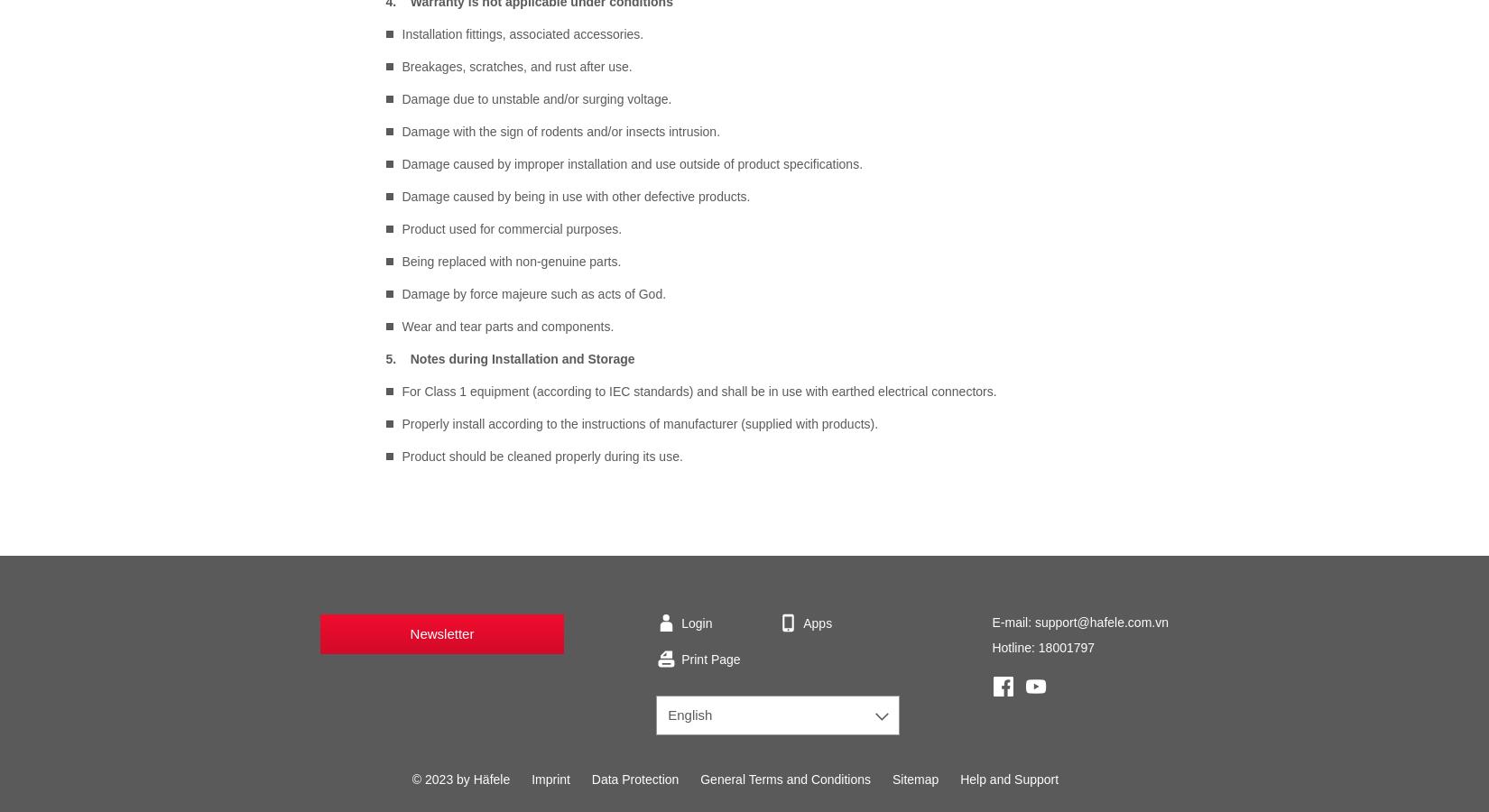  Describe the element at coordinates (1101, 622) in the screenshot. I see `'support@hafele.com.vn'` at that location.